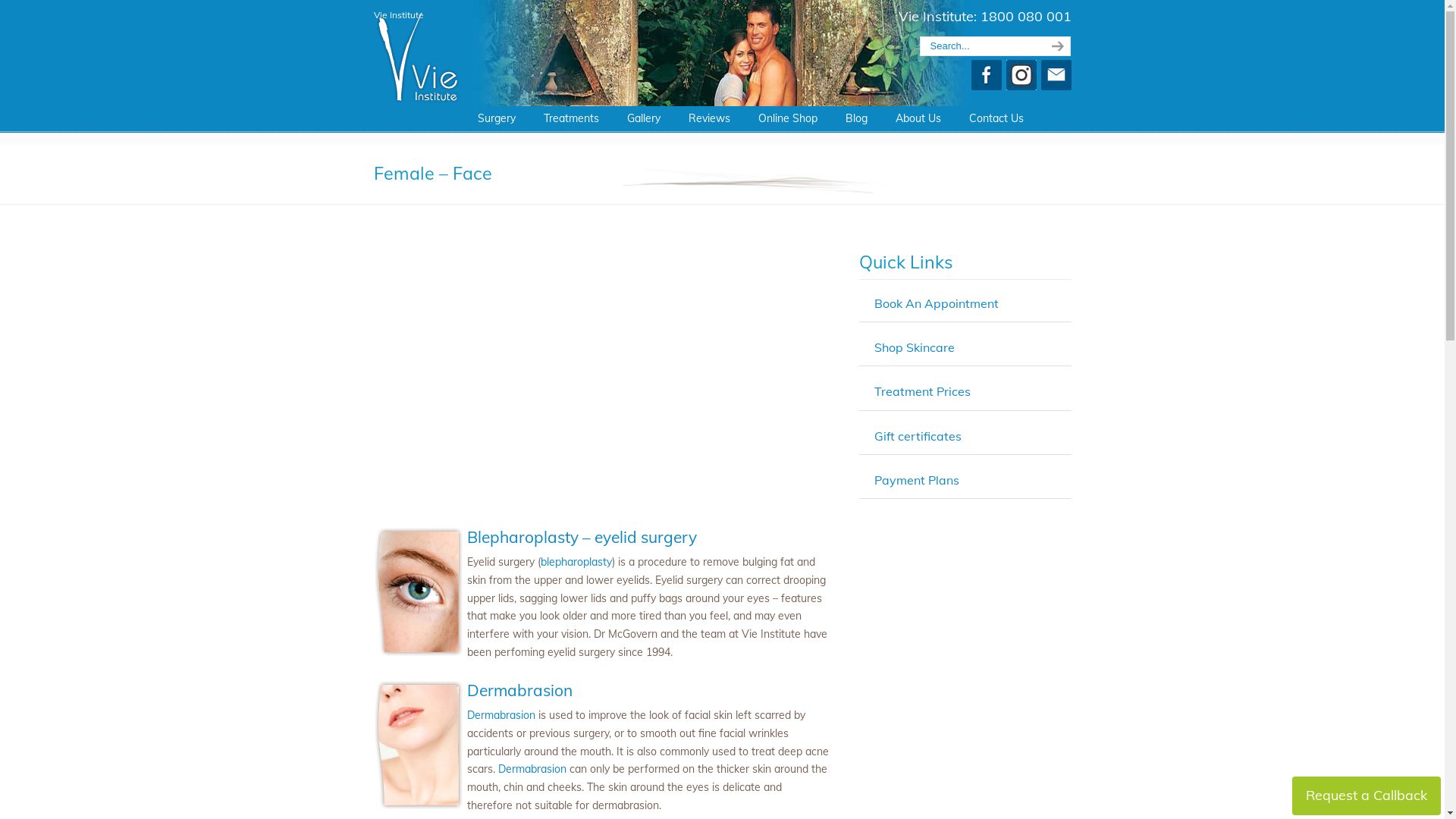  Describe the element at coordinates (915, 479) in the screenshot. I see `'Payment Plans'` at that location.